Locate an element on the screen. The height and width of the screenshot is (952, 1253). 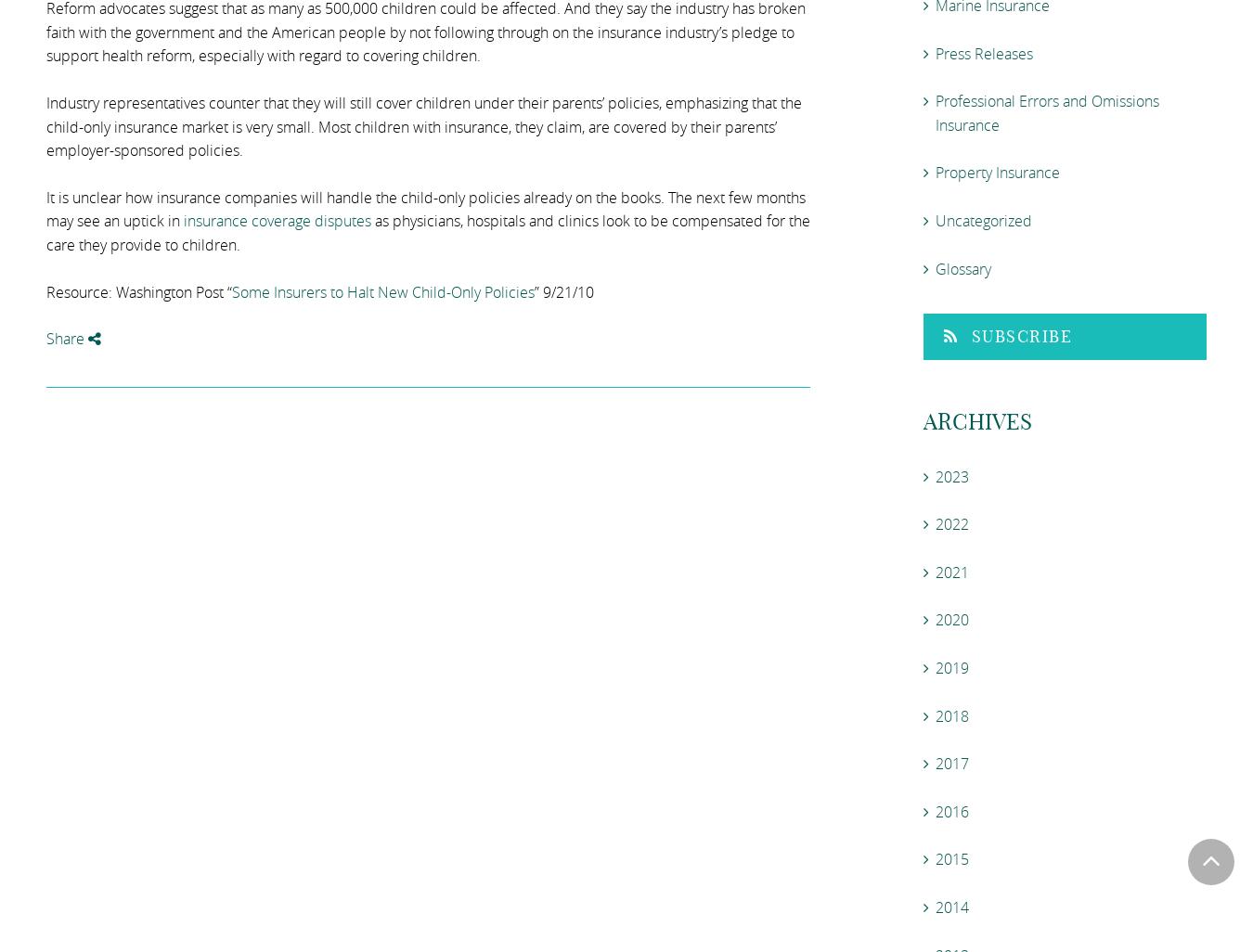
'2022' is located at coordinates (935, 523).